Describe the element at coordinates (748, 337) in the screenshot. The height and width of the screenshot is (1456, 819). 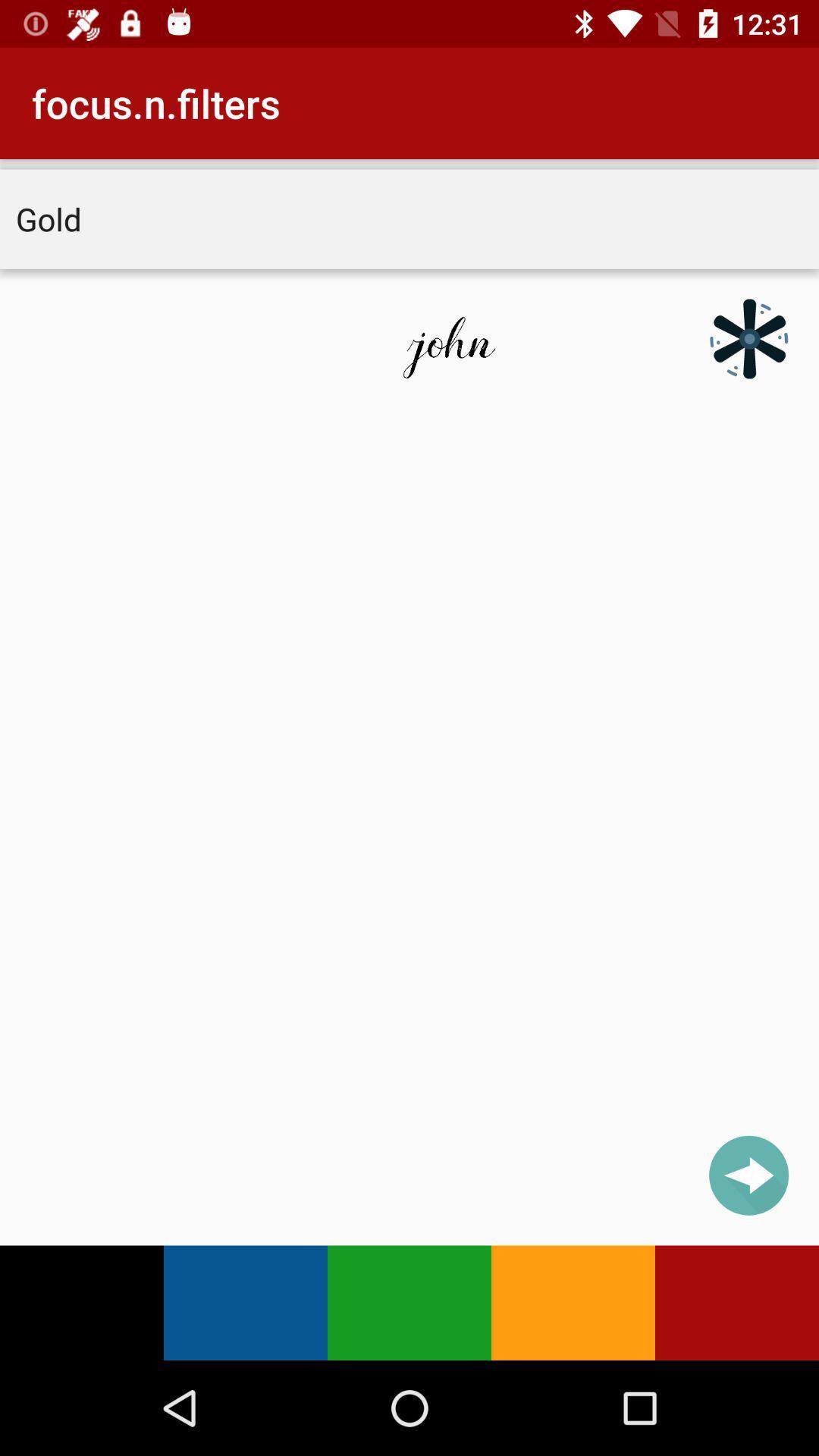
I see `the icon below gold item` at that location.